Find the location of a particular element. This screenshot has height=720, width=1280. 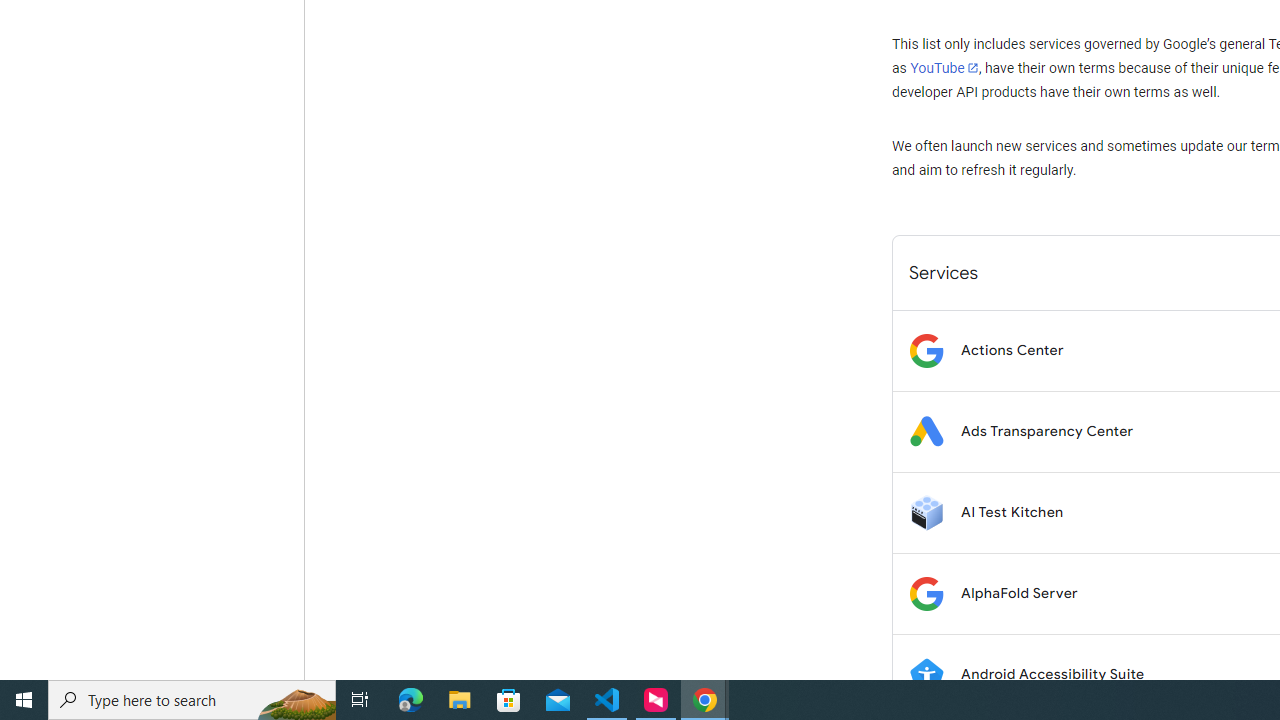

'Logo for AlphaFold Server' is located at coordinates (925, 592).